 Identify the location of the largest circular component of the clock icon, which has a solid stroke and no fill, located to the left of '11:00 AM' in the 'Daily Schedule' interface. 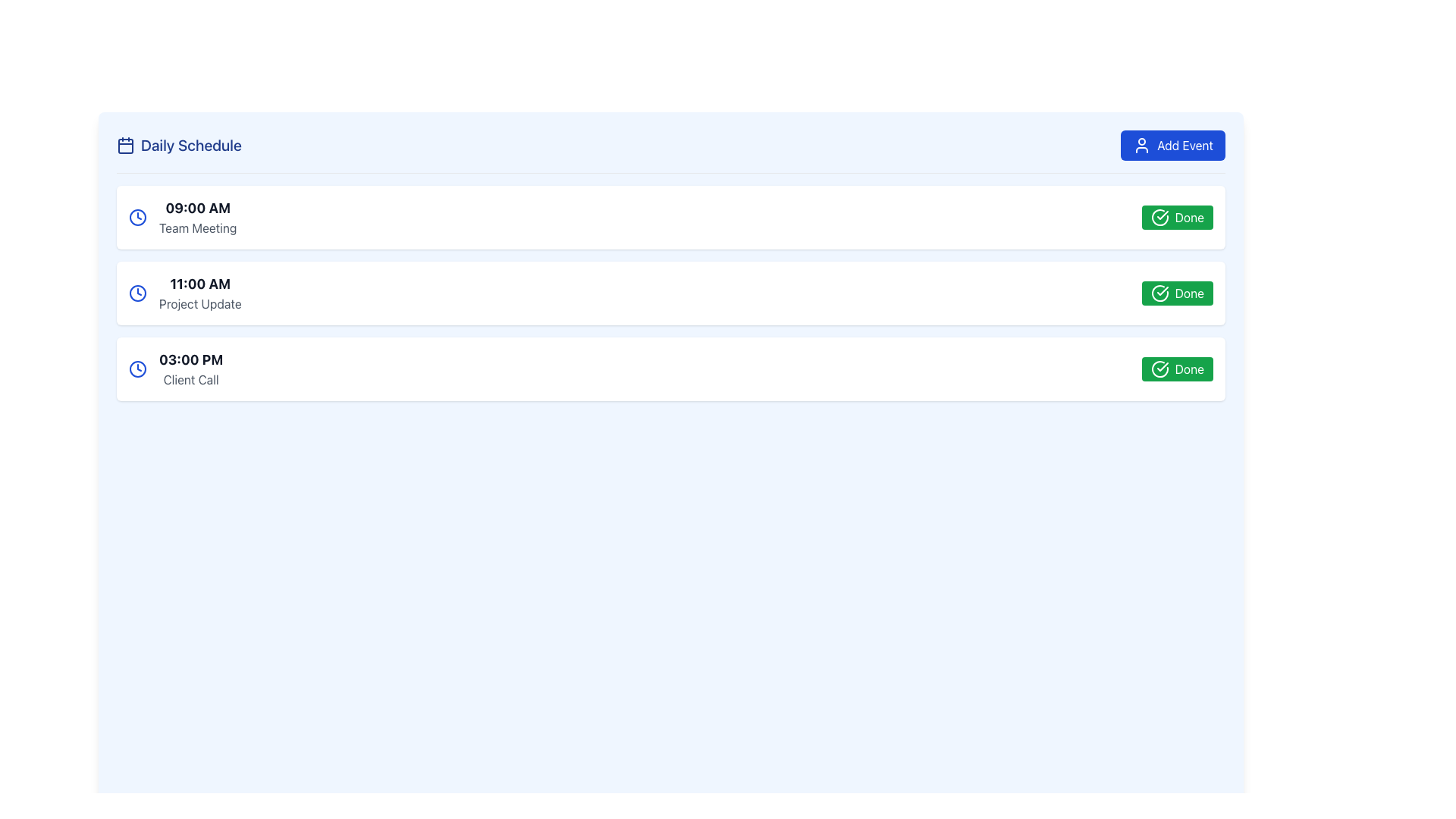
(138, 293).